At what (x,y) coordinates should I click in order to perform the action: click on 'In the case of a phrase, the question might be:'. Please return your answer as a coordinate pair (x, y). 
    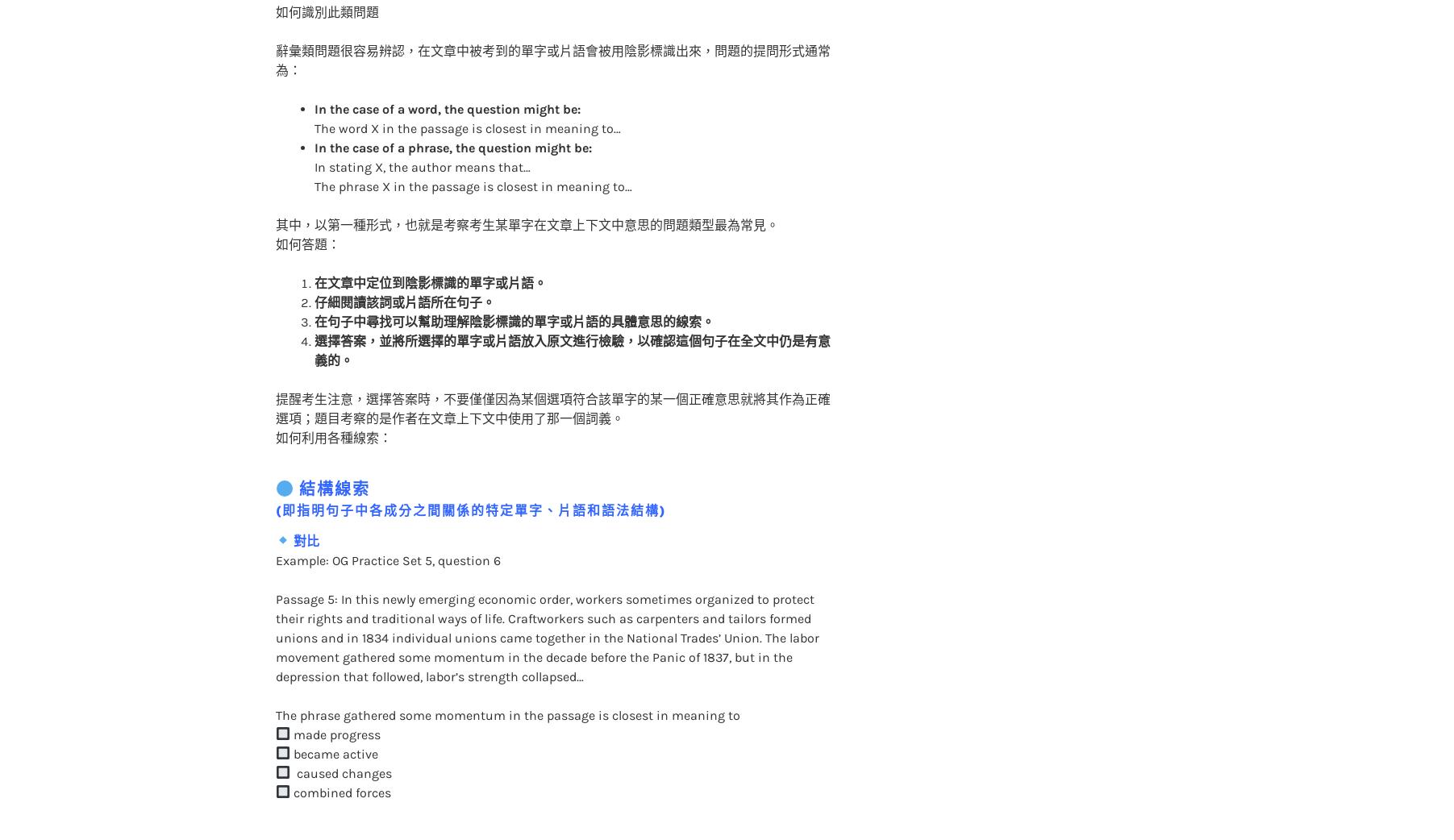
    Looking at the image, I should click on (451, 114).